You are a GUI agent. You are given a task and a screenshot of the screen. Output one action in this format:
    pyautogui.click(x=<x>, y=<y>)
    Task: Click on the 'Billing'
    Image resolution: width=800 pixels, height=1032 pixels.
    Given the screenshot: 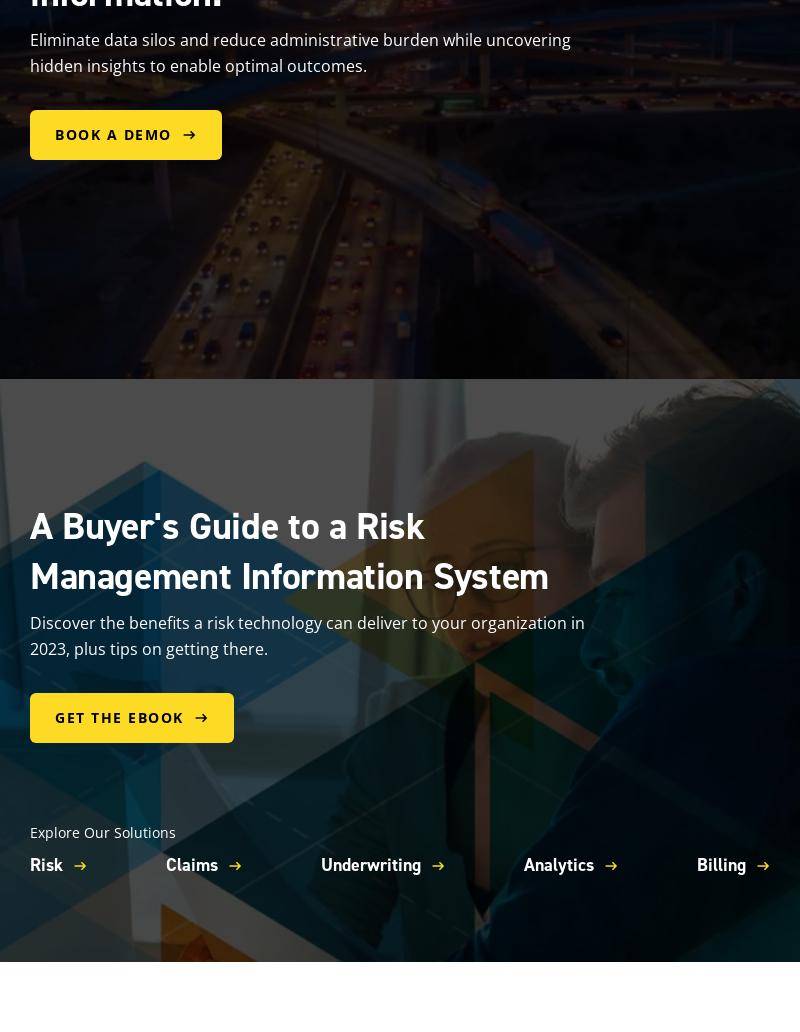 What is the action you would take?
    pyautogui.click(x=696, y=865)
    